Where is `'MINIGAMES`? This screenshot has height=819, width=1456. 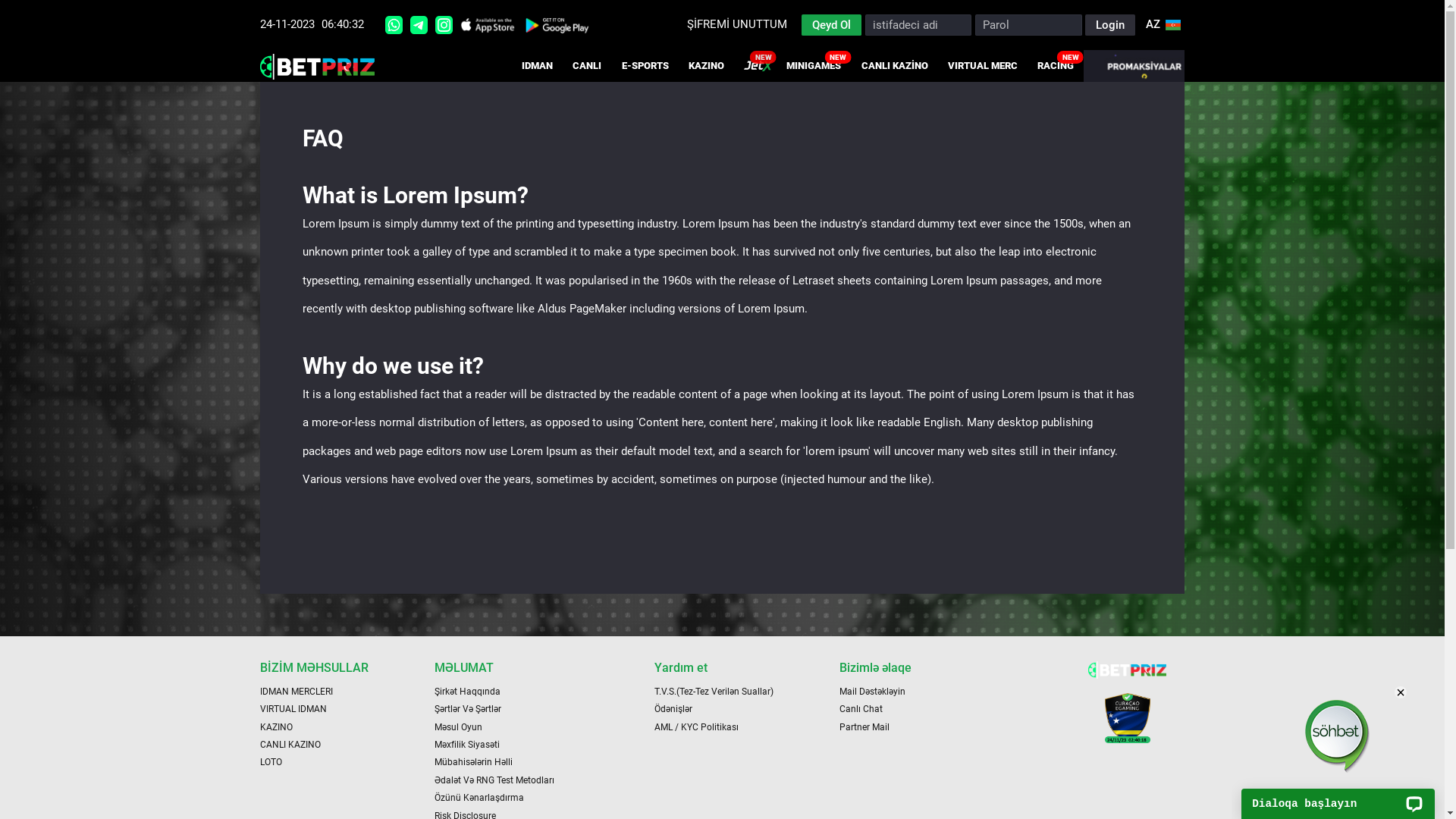 'MINIGAMES is located at coordinates (813, 65).